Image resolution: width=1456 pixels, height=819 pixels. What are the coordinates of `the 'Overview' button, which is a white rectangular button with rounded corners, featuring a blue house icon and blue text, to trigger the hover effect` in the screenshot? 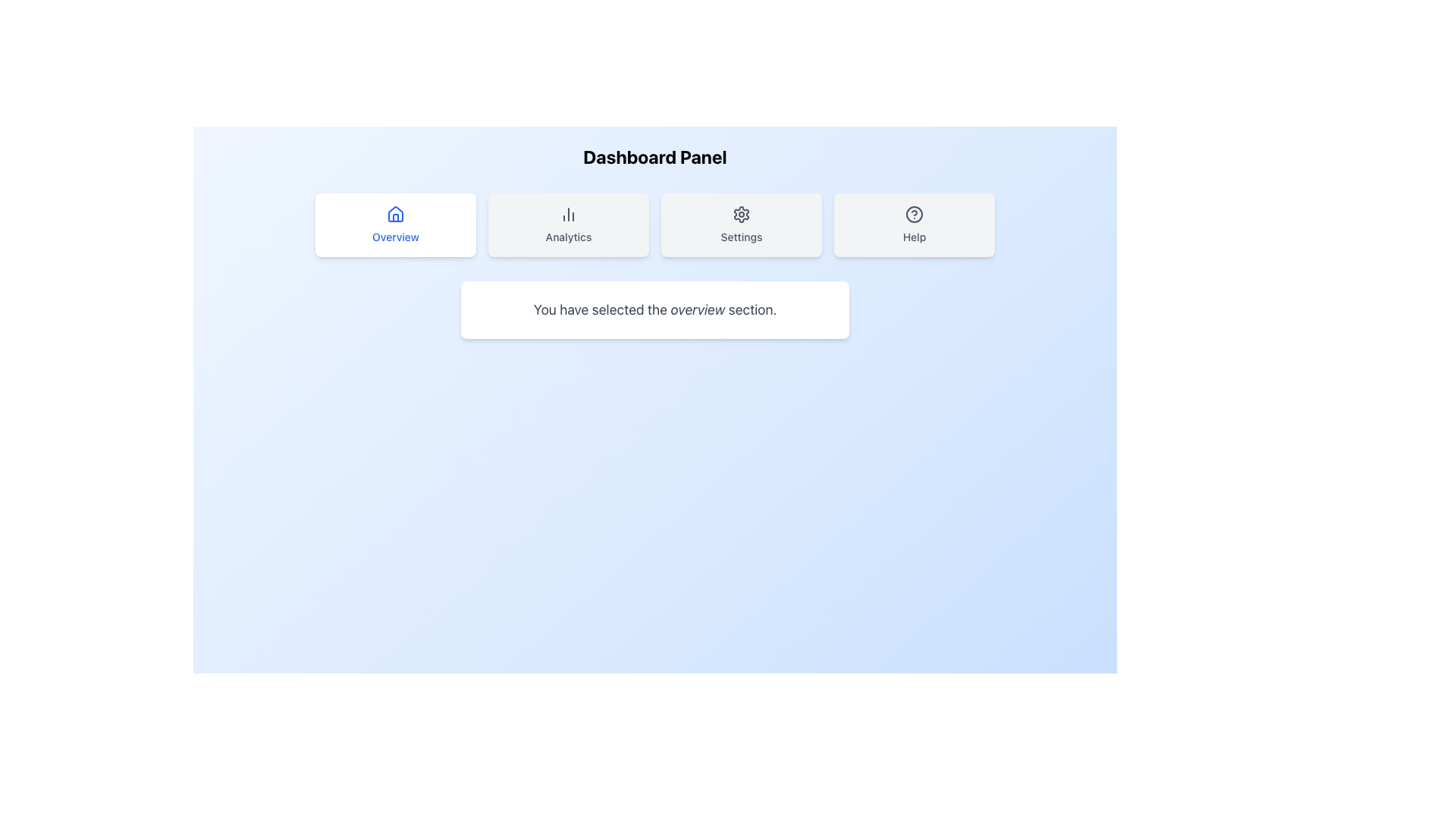 It's located at (396, 225).